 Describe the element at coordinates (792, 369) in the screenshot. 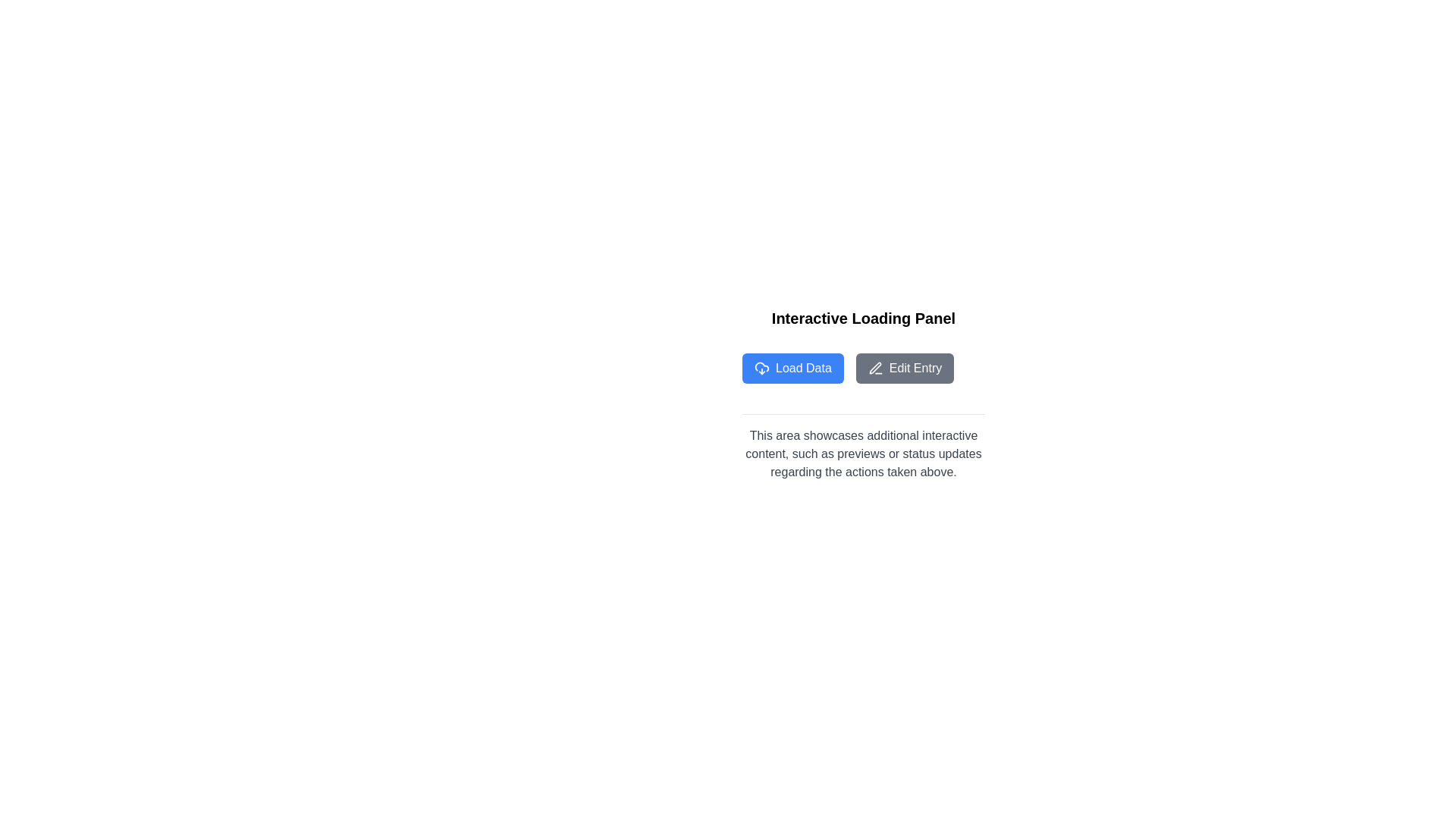

I see `the button that initiates the data-loading process` at that location.